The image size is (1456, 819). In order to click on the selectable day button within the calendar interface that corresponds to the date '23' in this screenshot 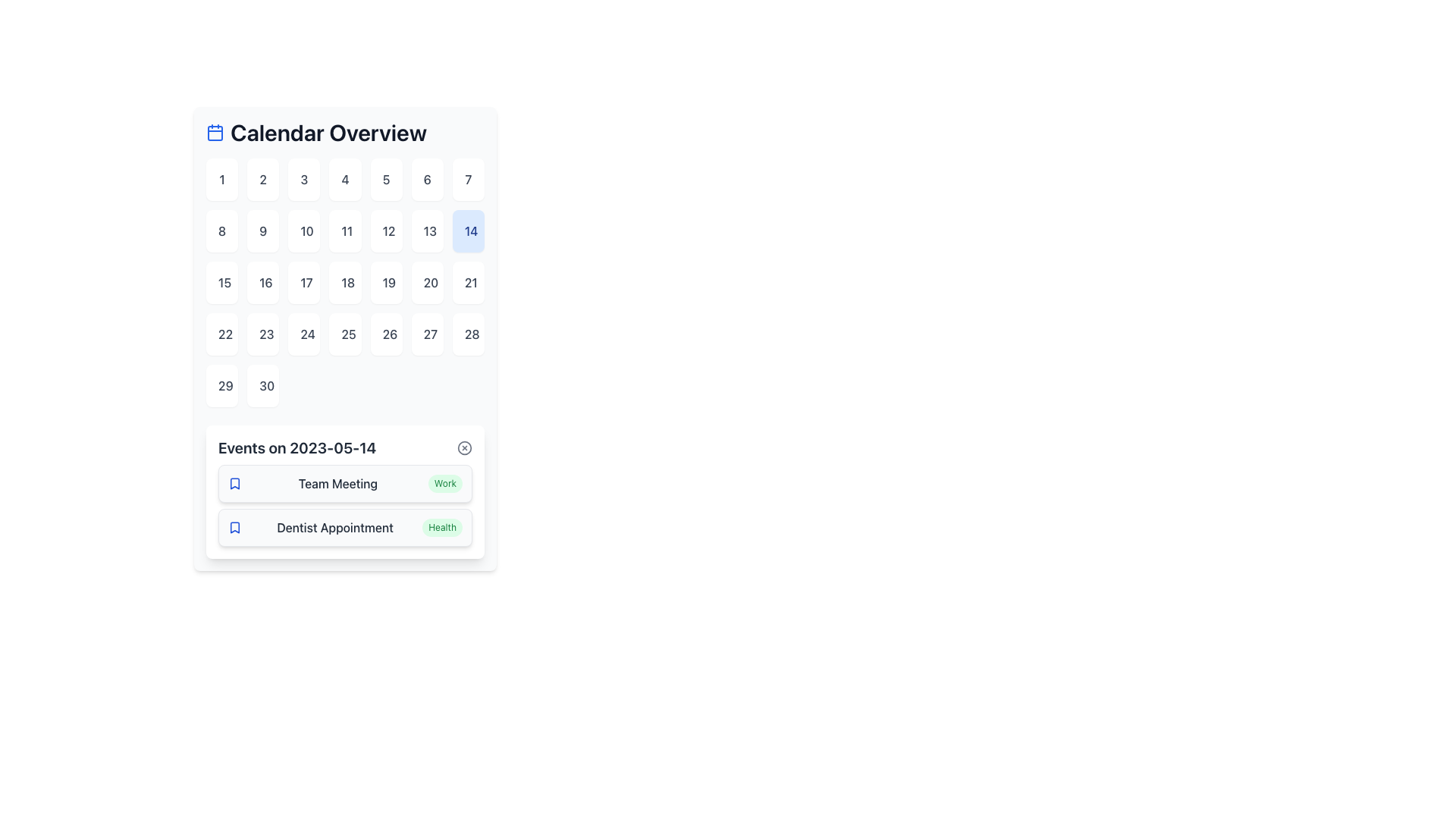, I will do `click(263, 333)`.